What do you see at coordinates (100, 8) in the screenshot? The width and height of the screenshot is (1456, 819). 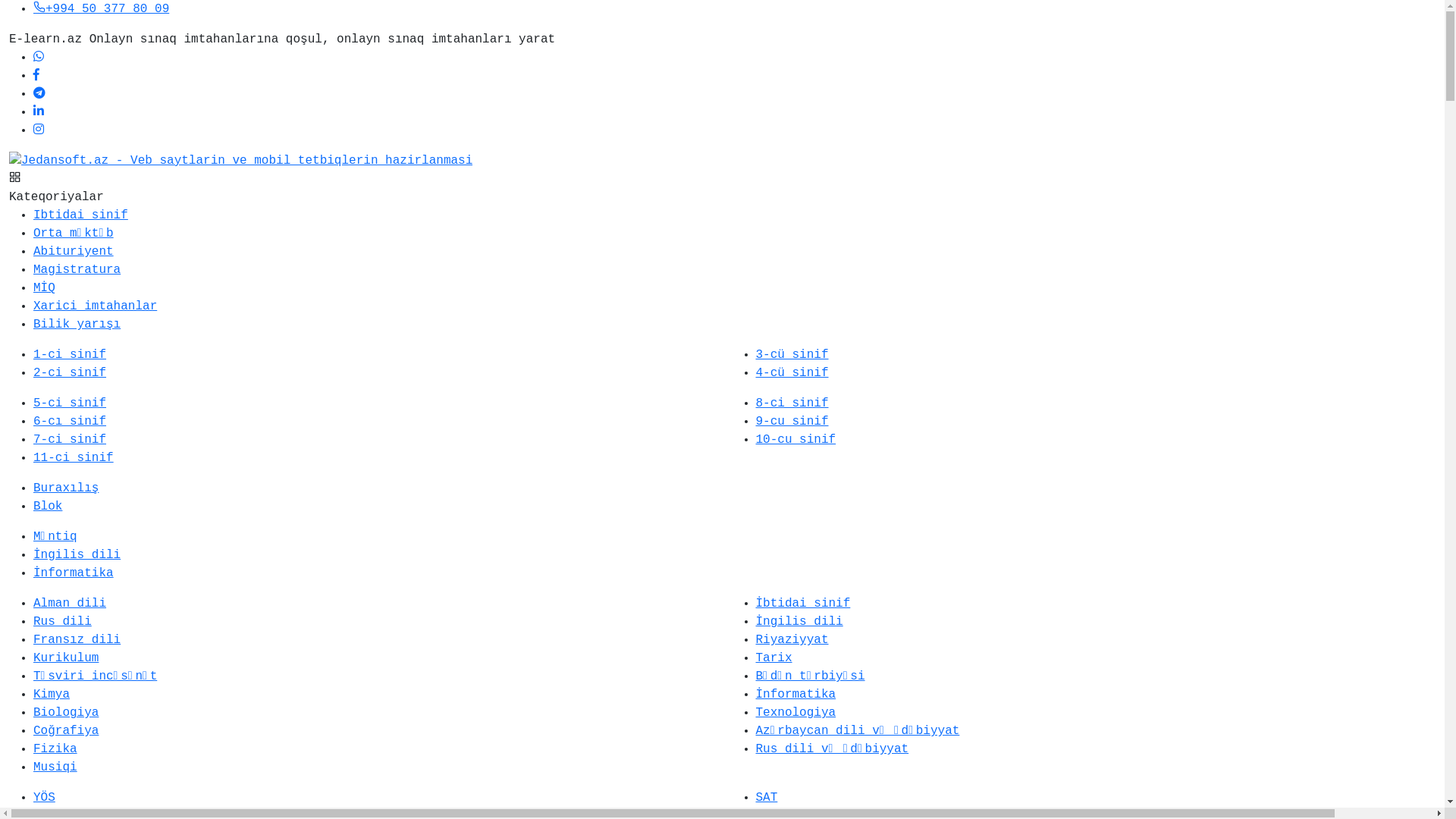 I see `'+994 50 377 80 09'` at bounding box center [100, 8].